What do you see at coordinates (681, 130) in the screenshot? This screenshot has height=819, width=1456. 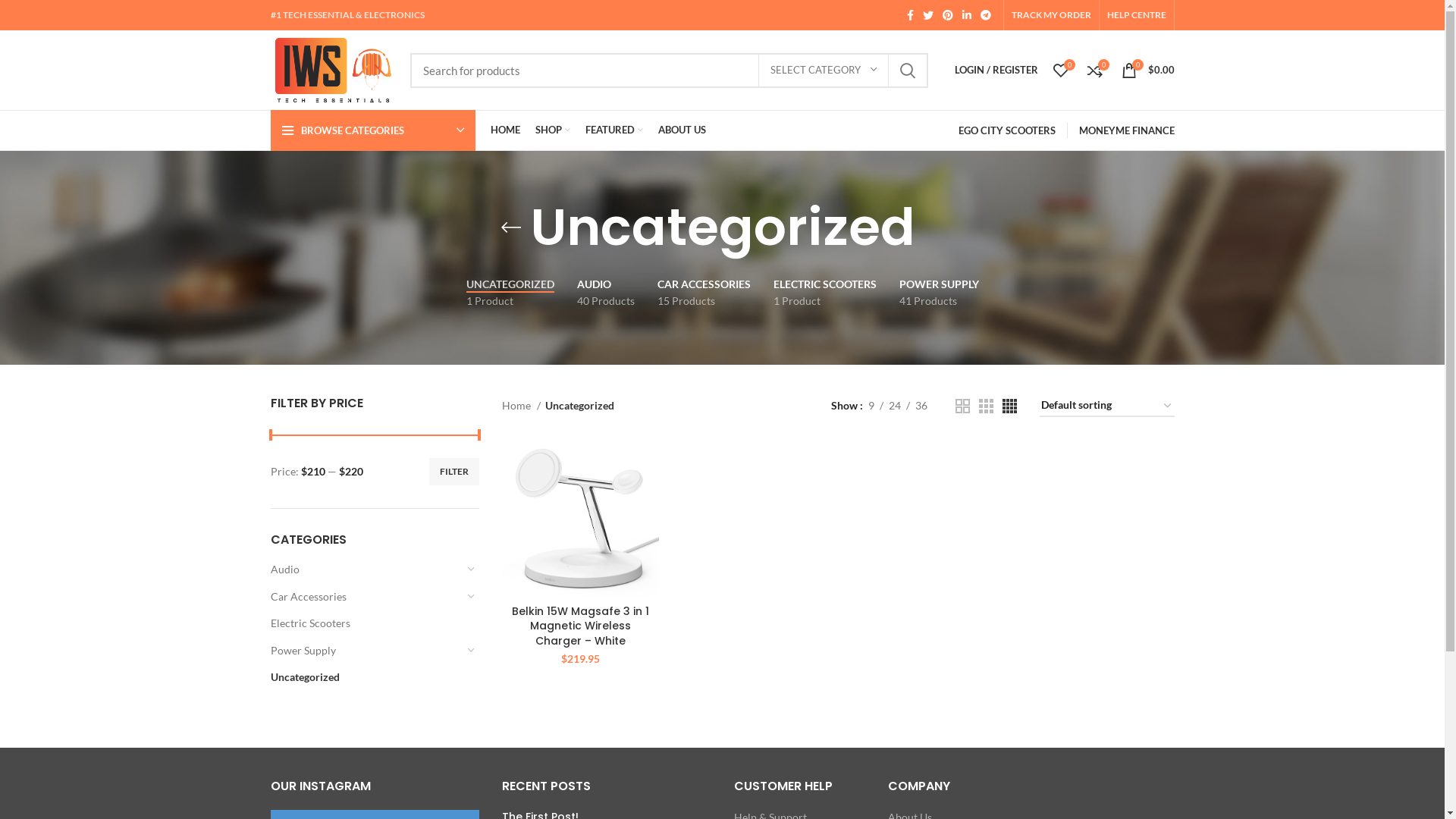 I see `'ABOUT US'` at bounding box center [681, 130].